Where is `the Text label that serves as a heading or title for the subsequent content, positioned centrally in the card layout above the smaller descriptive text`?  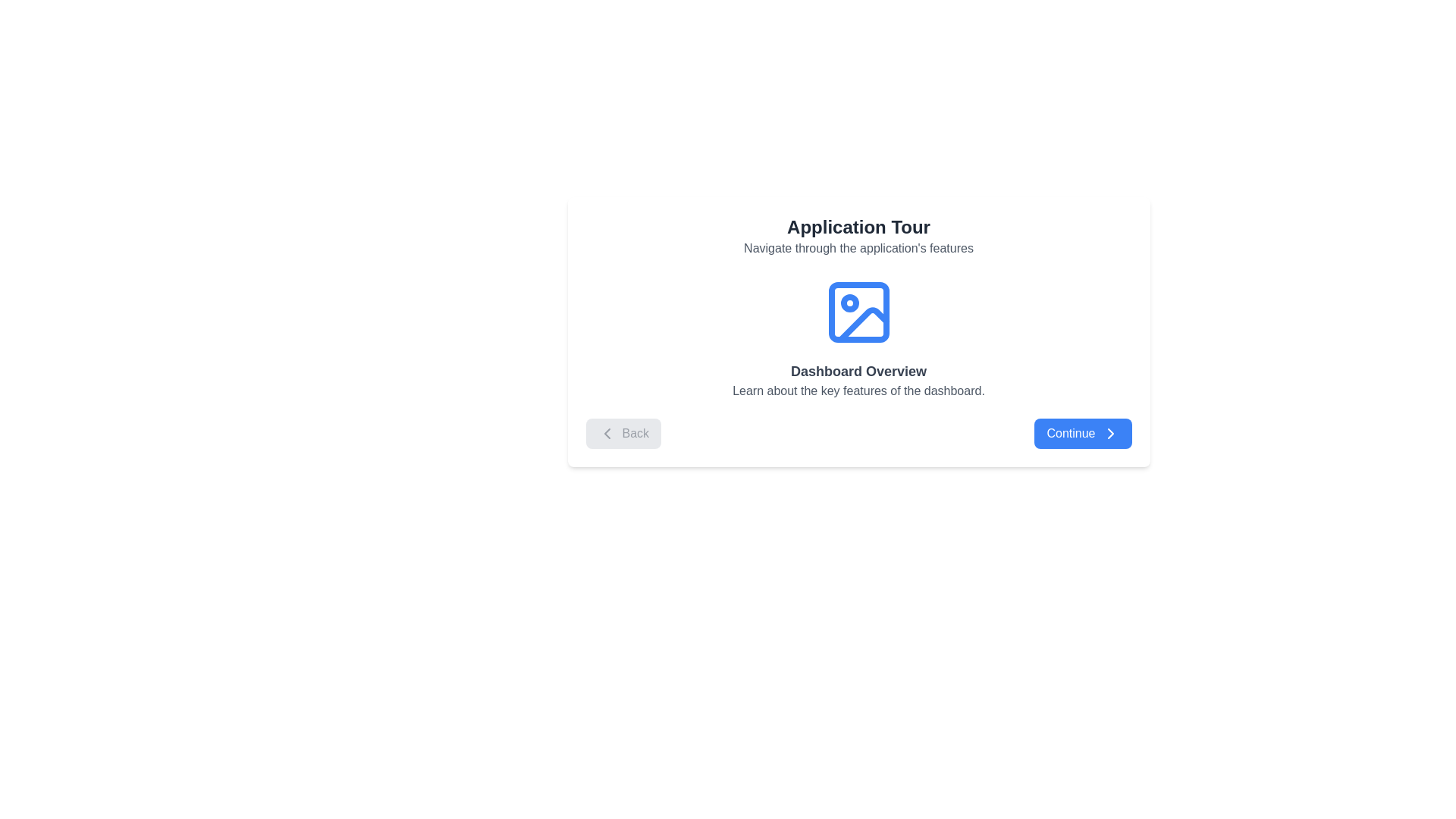 the Text label that serves as a heading or title for the subsequent content, positioned centrally in the card layout above the smaller descriptive text is located at coordinates (858, 371).